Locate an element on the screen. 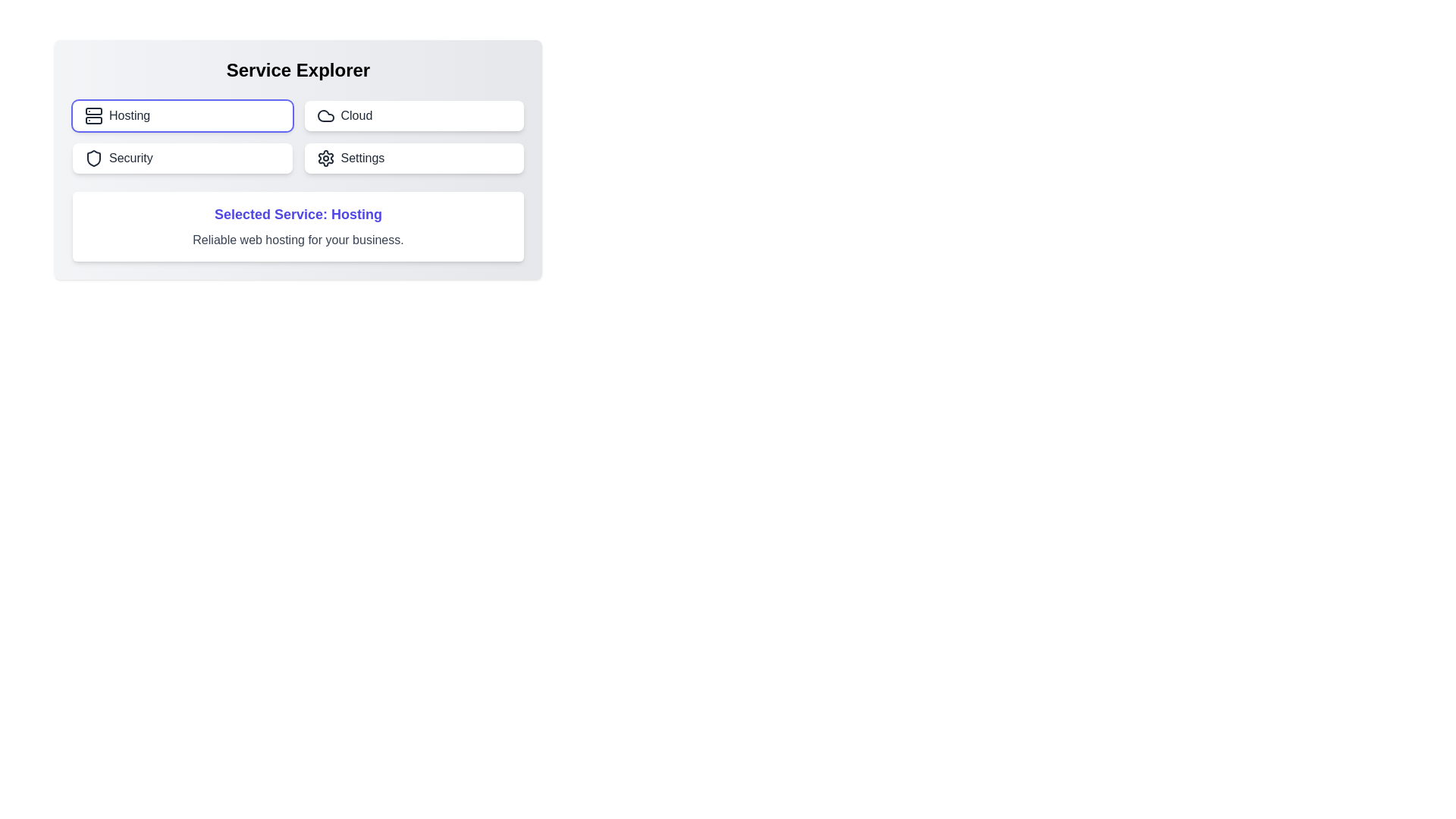 This screenshot has width=1456, height=819. the static text label reading 'Service Explorer' which is styled in bold, large font at the top of a white card with rounded corners is located at coordinates (298, 70).